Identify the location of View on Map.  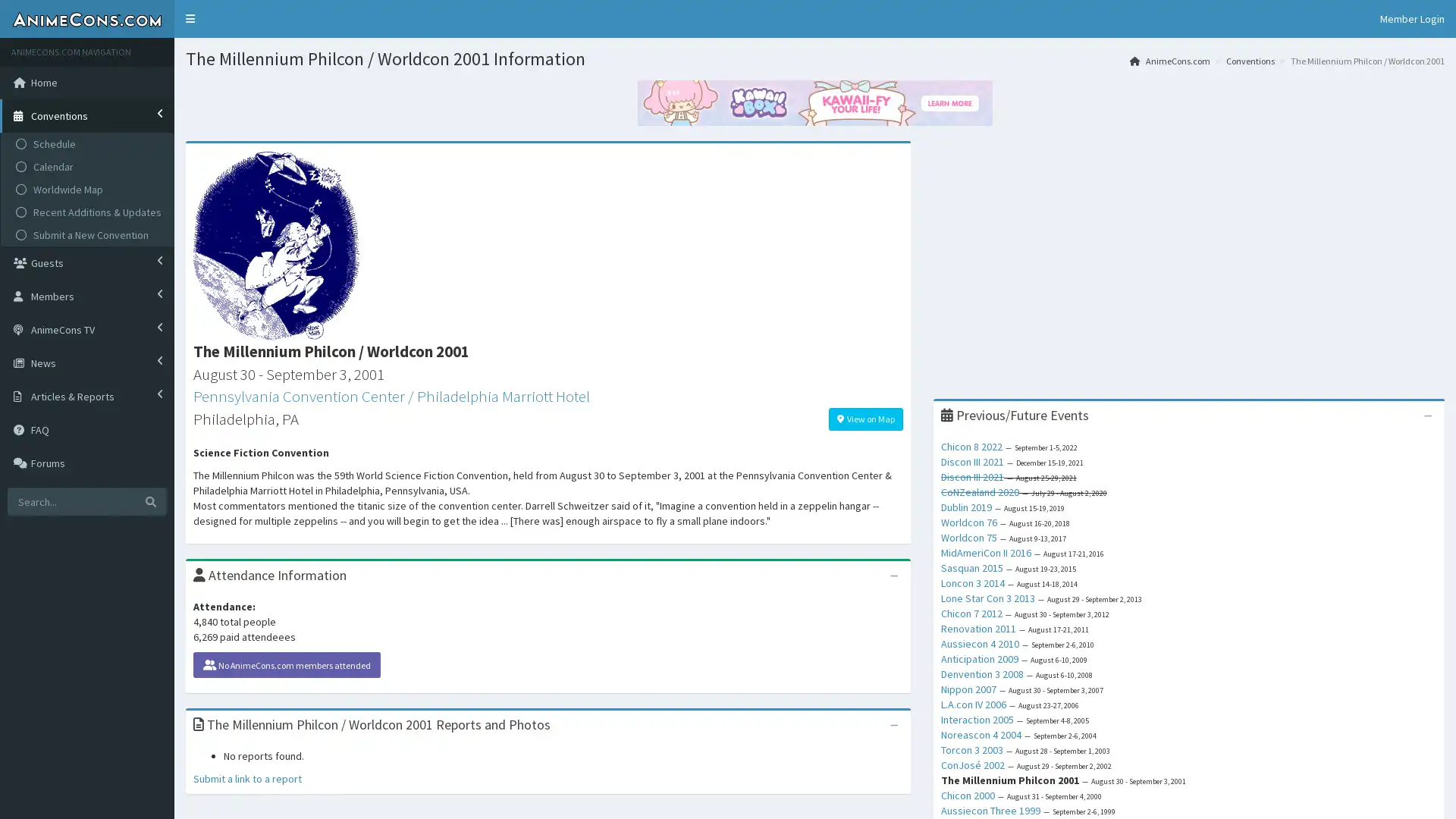
(865, 418).